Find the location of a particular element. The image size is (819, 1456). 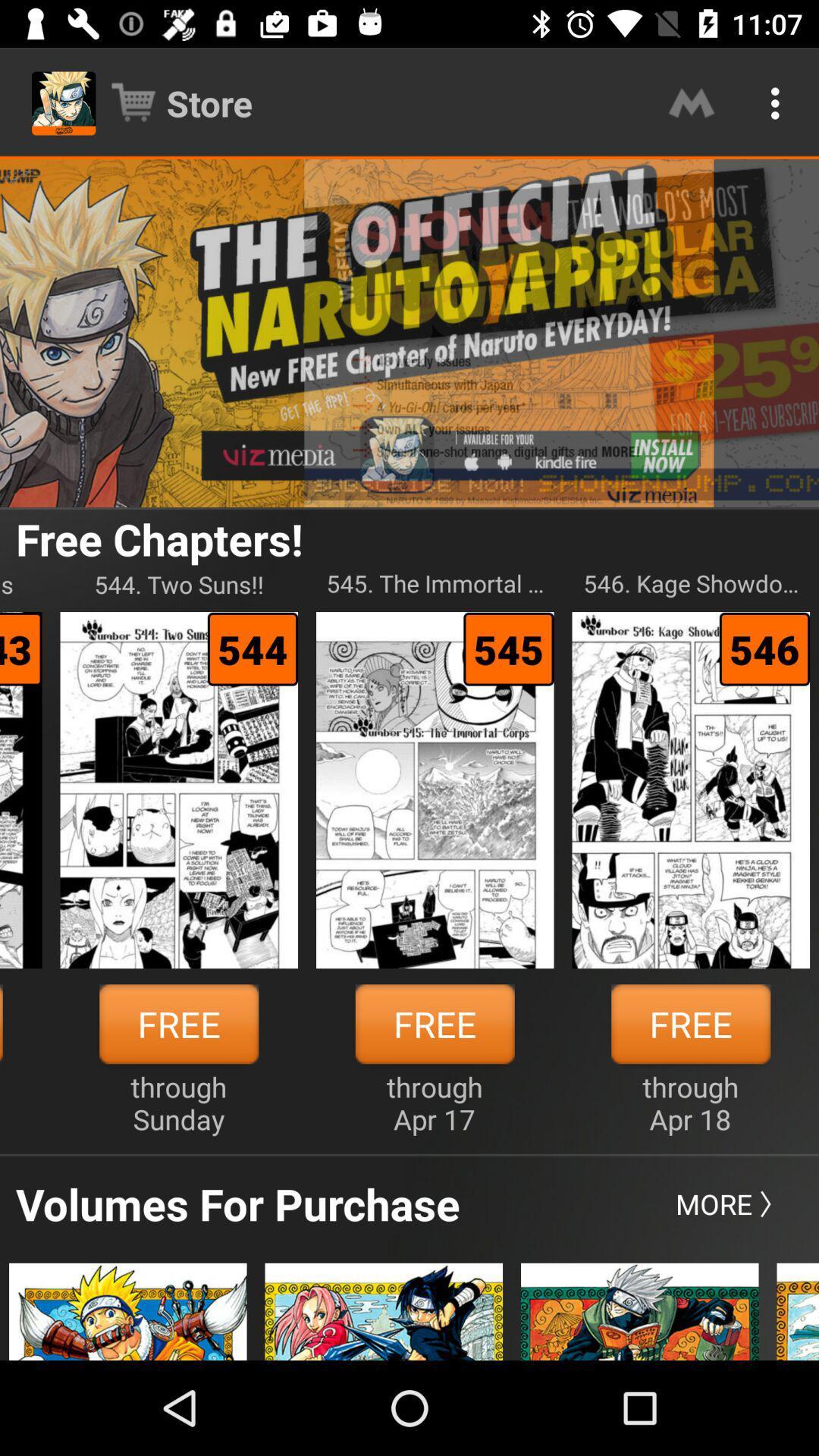

the volumes for purchase is located at coordinates (237, 1203).